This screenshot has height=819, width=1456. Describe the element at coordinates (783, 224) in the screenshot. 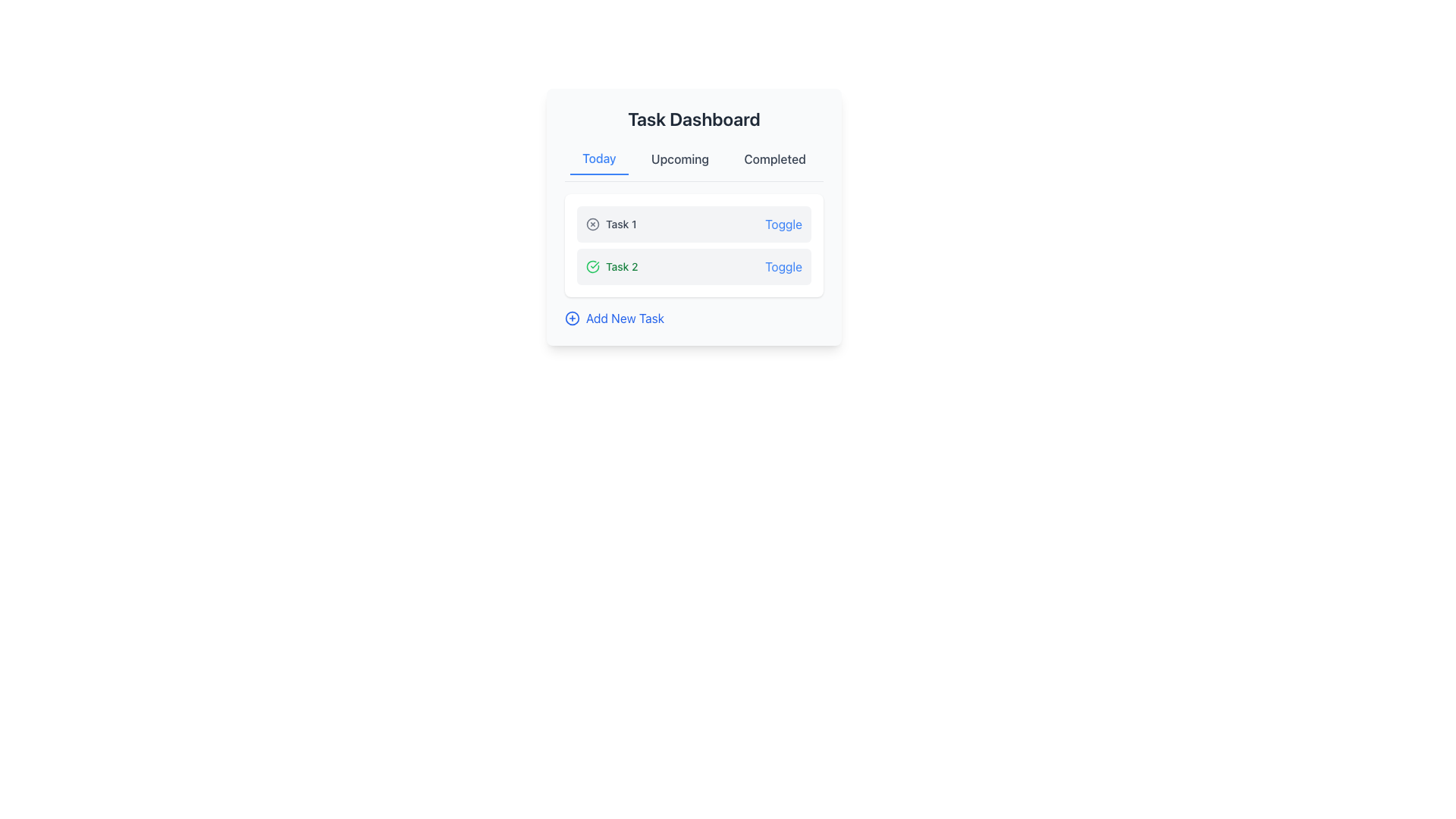

I see `the blue, underlined text link labeled 'Toggle' located in the upper-right corner of the light gray background box containing the subheader 'Task 1'` at that location.